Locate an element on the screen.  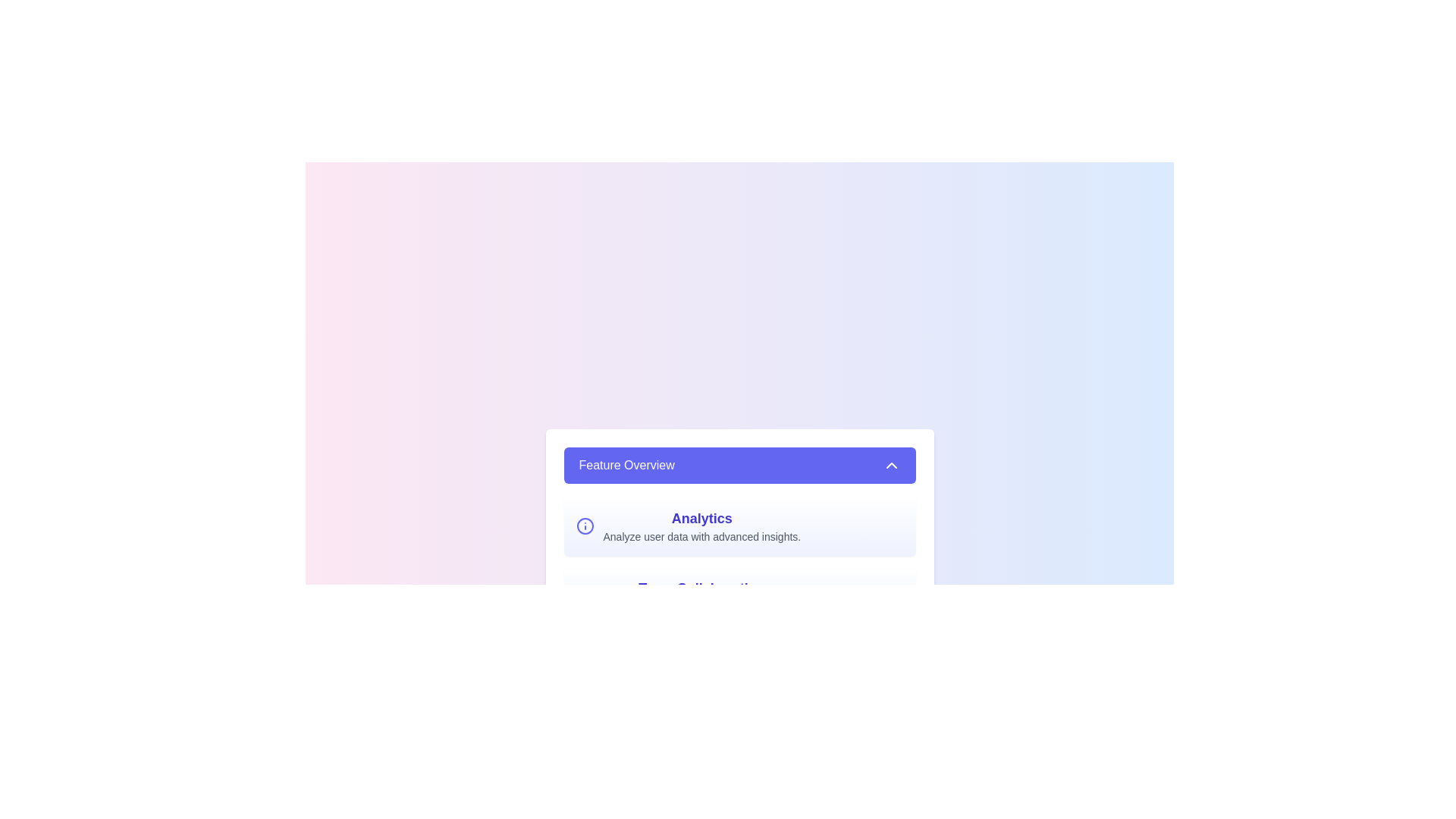
the informational text block containing the bold indigo word 'Analytics' and the smaller gray text 'Analyze user data with advanced insights' to read its content clearly is located at coordinates (701, 526).